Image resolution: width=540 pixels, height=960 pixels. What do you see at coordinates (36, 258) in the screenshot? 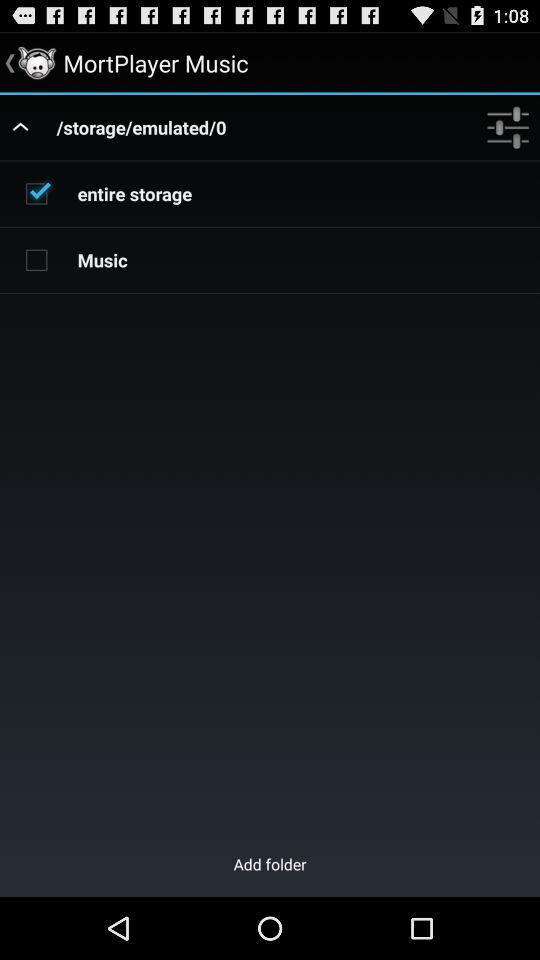
I see `check music category` at bounding box center [36, 258].